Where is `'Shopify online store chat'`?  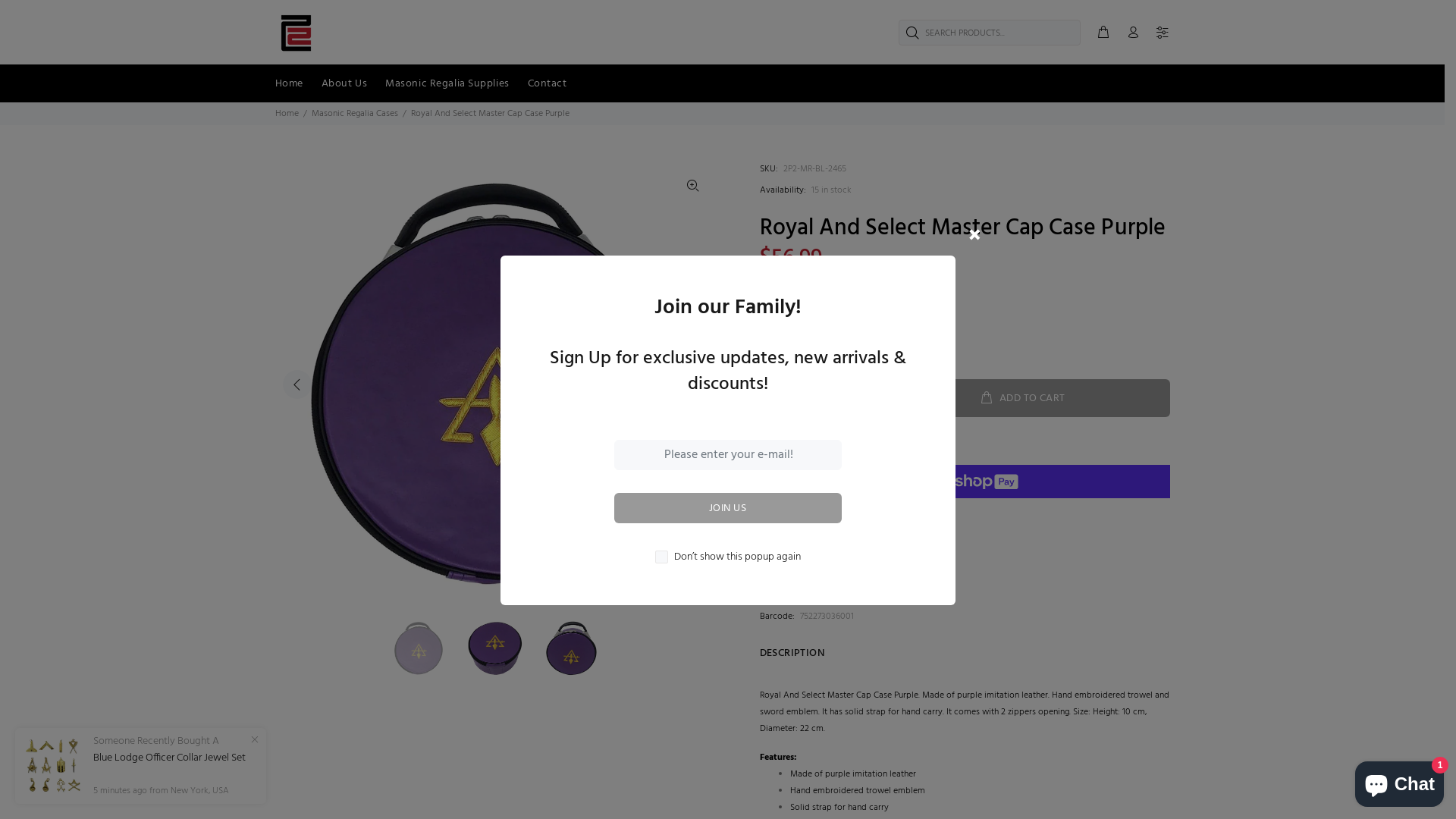
'Shopify online store chat' is located at coordinates (1398, 780).